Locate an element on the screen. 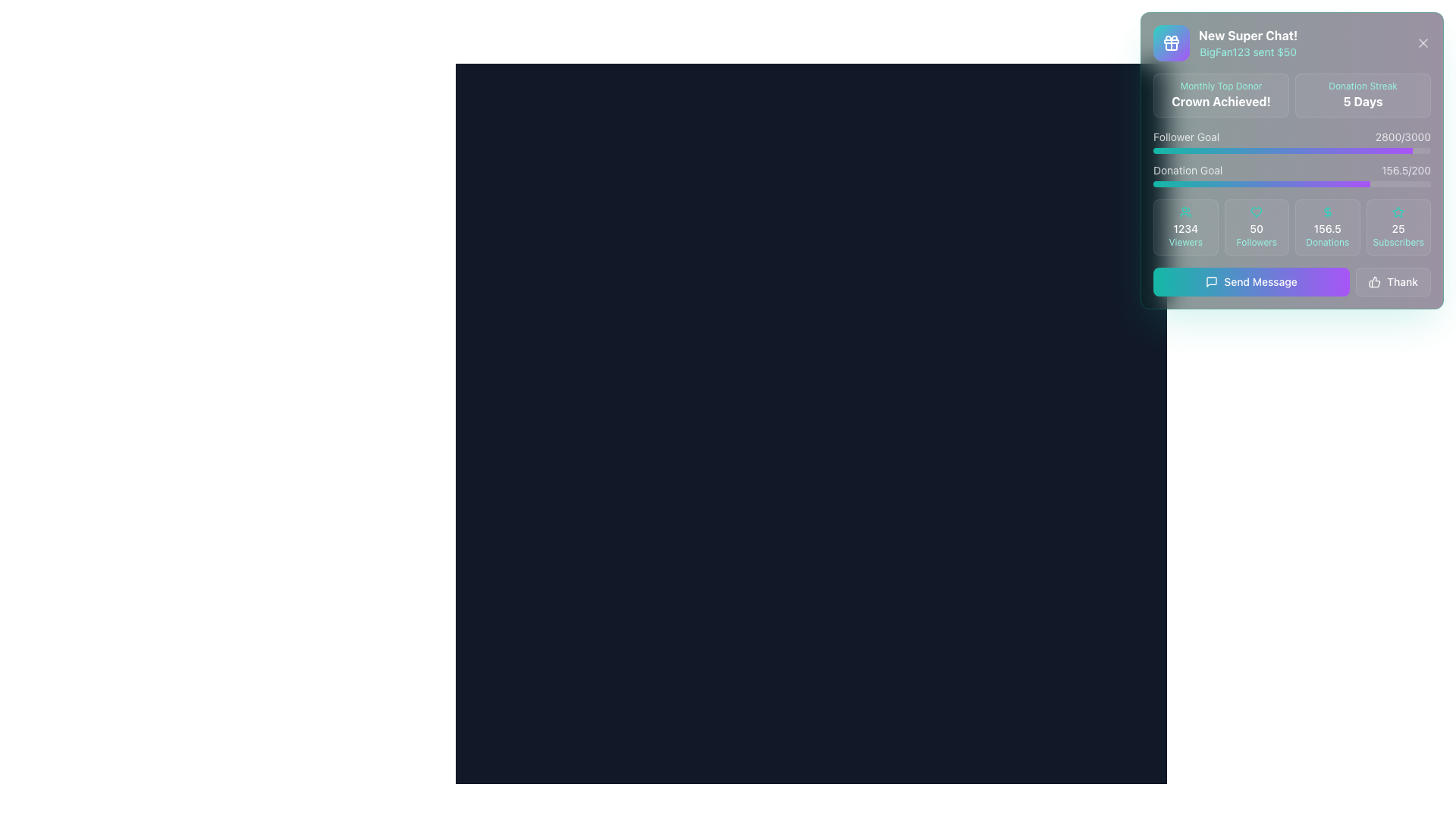 Image resolution: width=1456 pixels, height=819 pixels. the close button in the top-right corner of the notification card is located at coordinates (1422, 42).